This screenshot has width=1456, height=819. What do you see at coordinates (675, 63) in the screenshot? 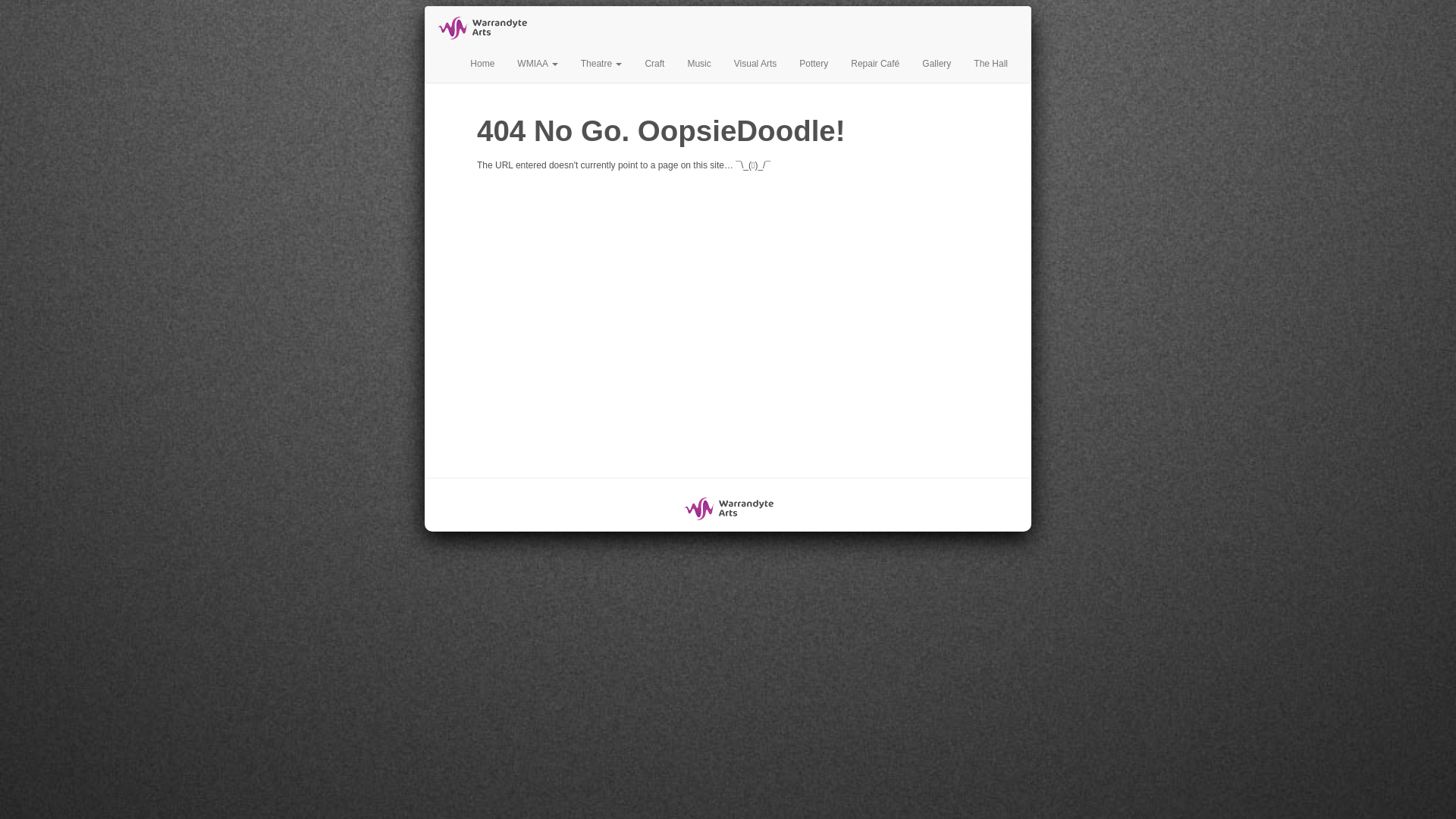
I see `'Music'` at bounding box center [675, 63].